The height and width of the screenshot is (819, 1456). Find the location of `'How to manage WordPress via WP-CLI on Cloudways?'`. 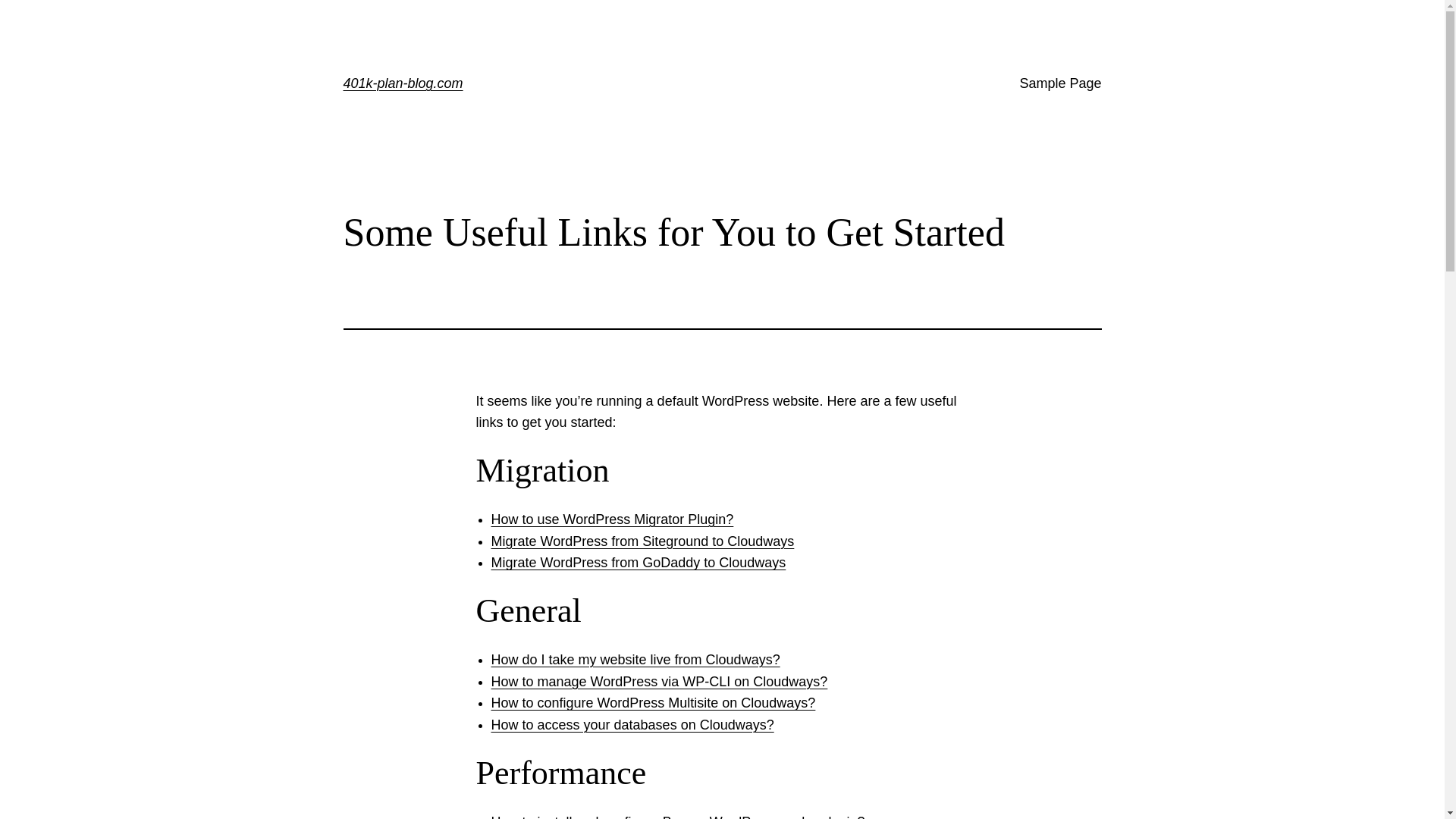

'How to manage WordPress via WP-CLI on Cloudways?' is located at coordinates (659, 680).